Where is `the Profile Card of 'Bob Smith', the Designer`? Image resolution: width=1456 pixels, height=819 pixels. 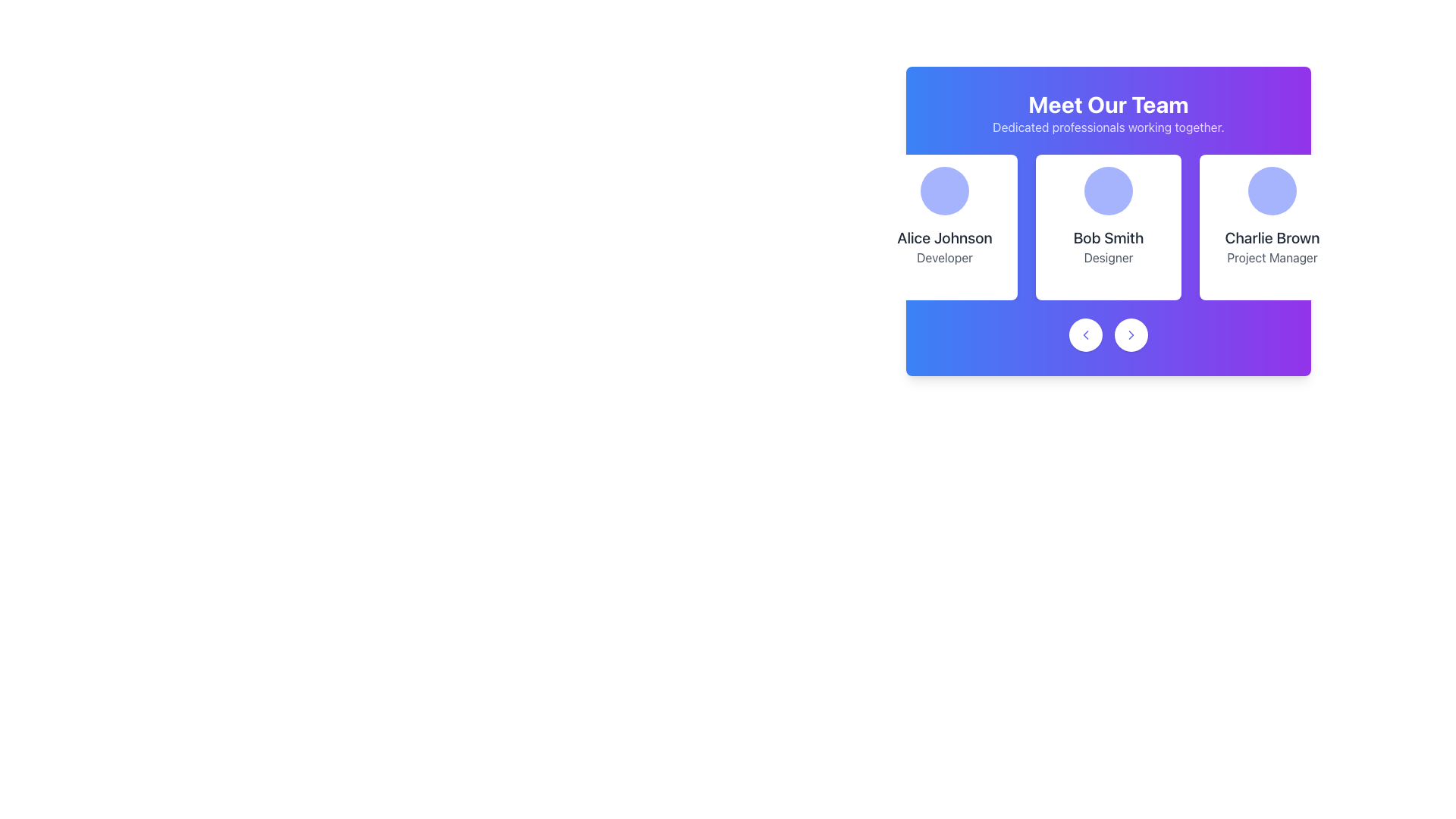 the Profile Card of 'Bob Smith', the Designer is located at coordinates (1109, 227).